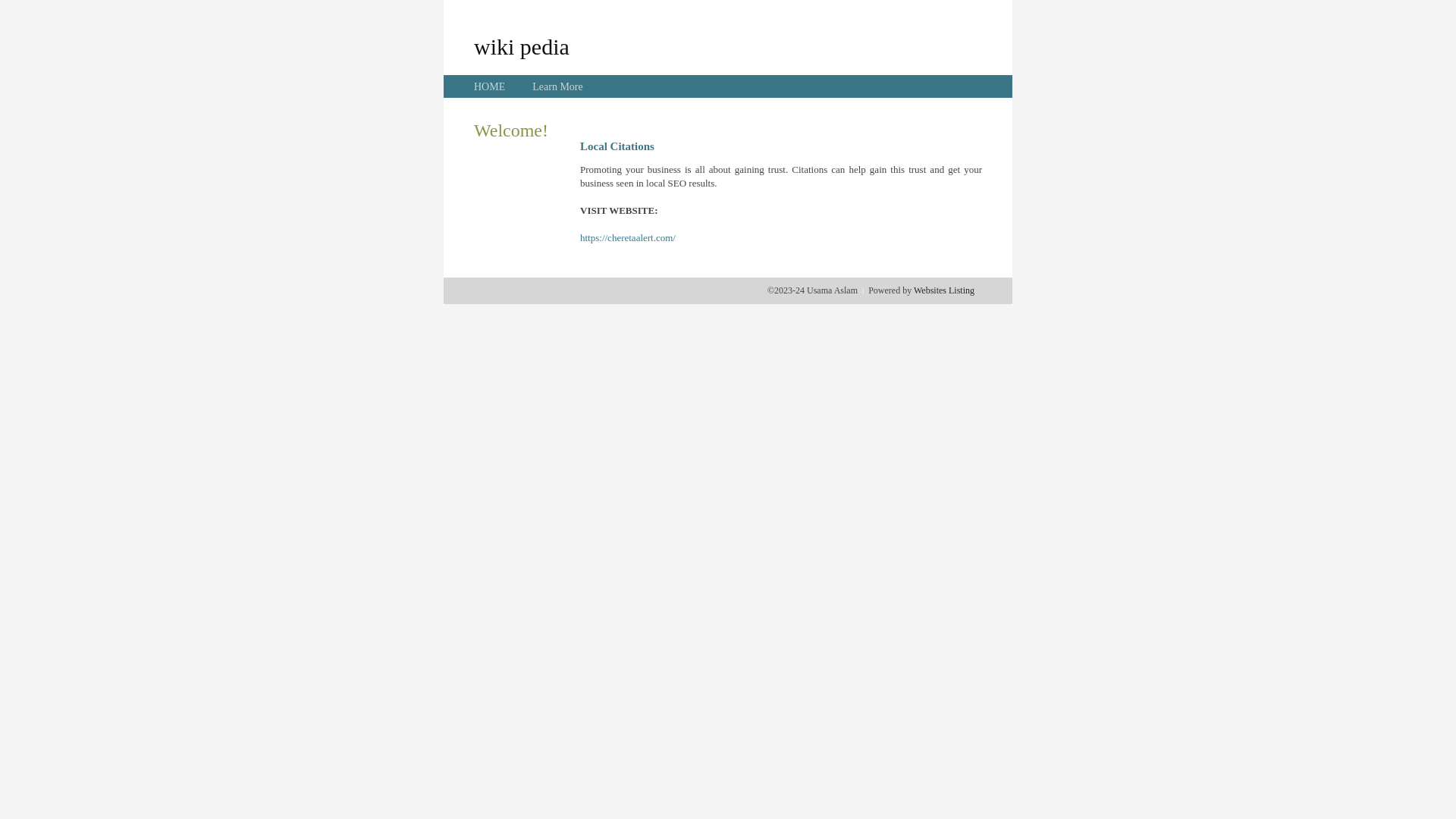 This screenshot has height=819, width=1456. What do you see at coordinates (579, 237) in the screenshot?
I see `'https://cheretaalert.com/'` at bounding box center [579, 237].